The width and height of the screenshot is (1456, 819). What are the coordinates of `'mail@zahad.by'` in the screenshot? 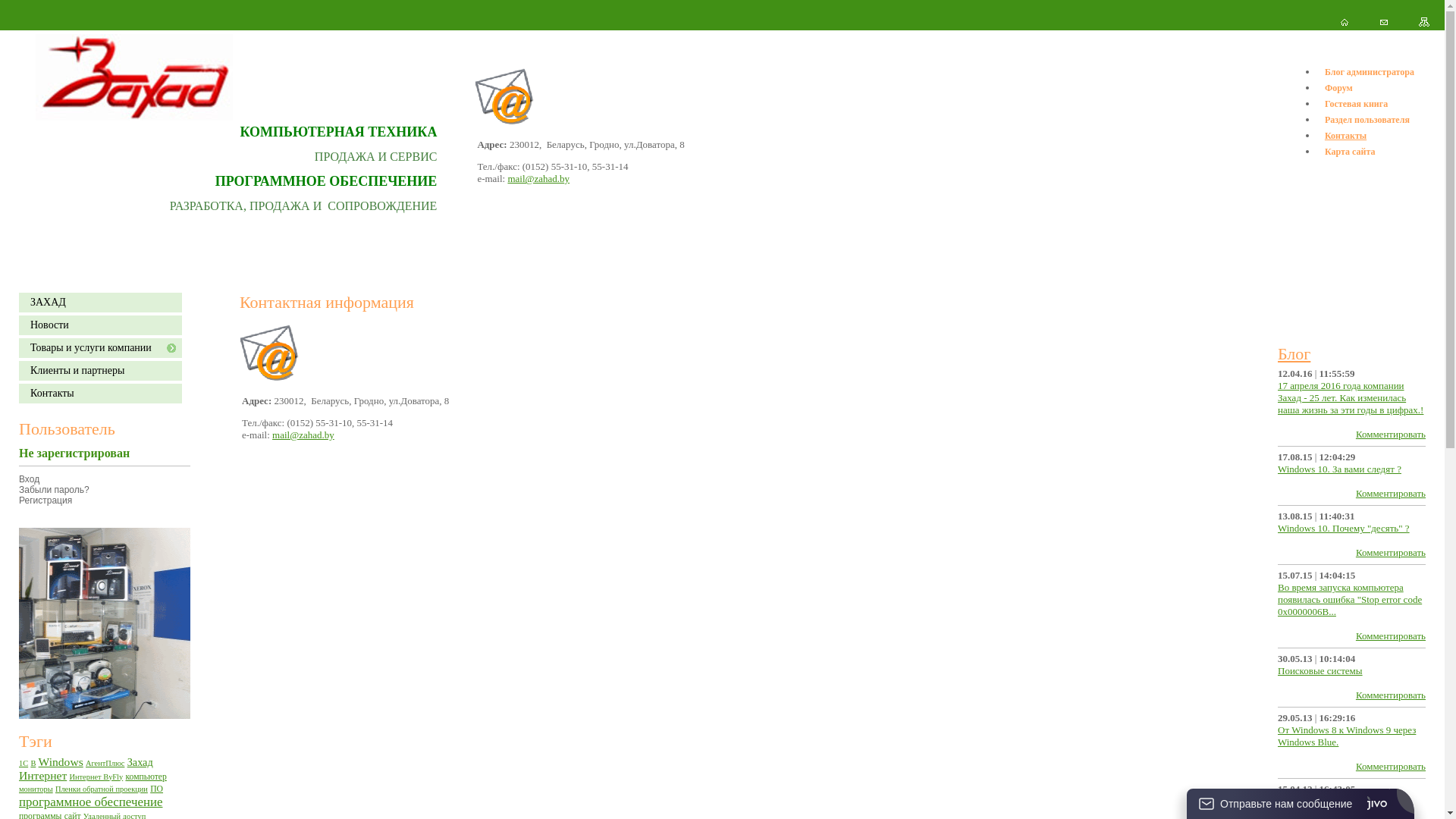 It's located at (303, 435).